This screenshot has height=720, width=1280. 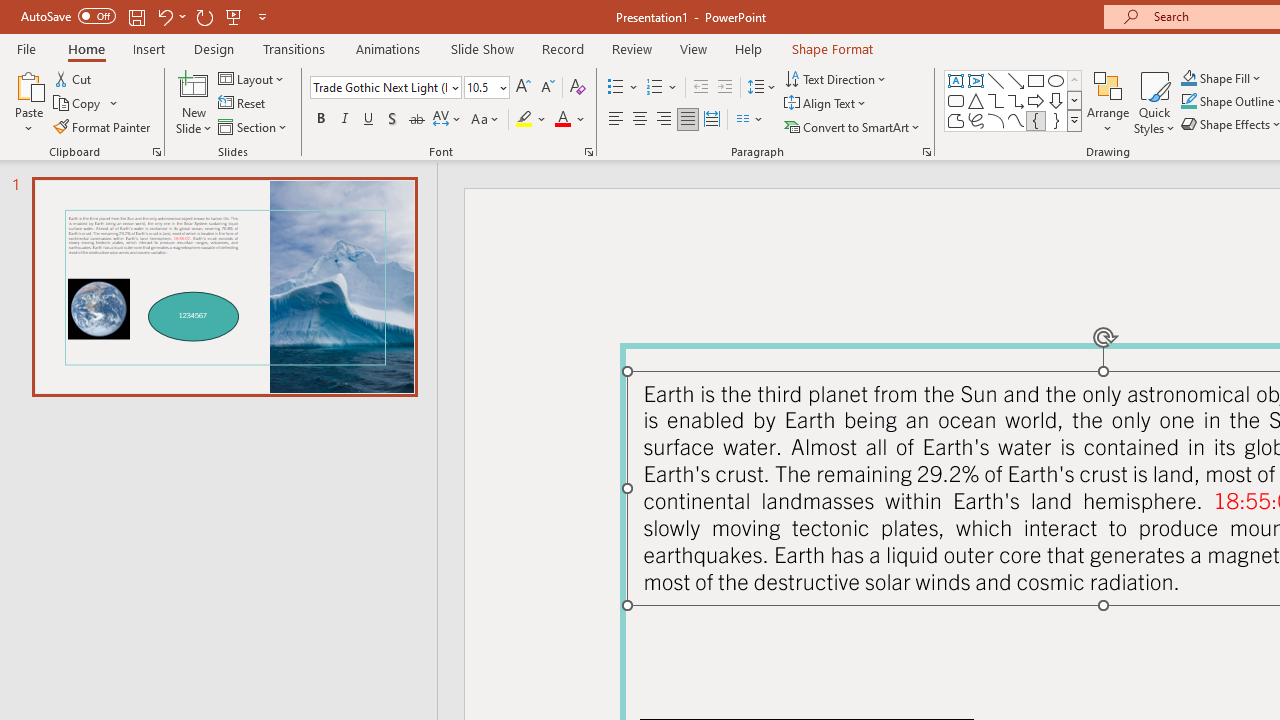 I want to click on 'Character Spacing', so click(x=447, y=119).